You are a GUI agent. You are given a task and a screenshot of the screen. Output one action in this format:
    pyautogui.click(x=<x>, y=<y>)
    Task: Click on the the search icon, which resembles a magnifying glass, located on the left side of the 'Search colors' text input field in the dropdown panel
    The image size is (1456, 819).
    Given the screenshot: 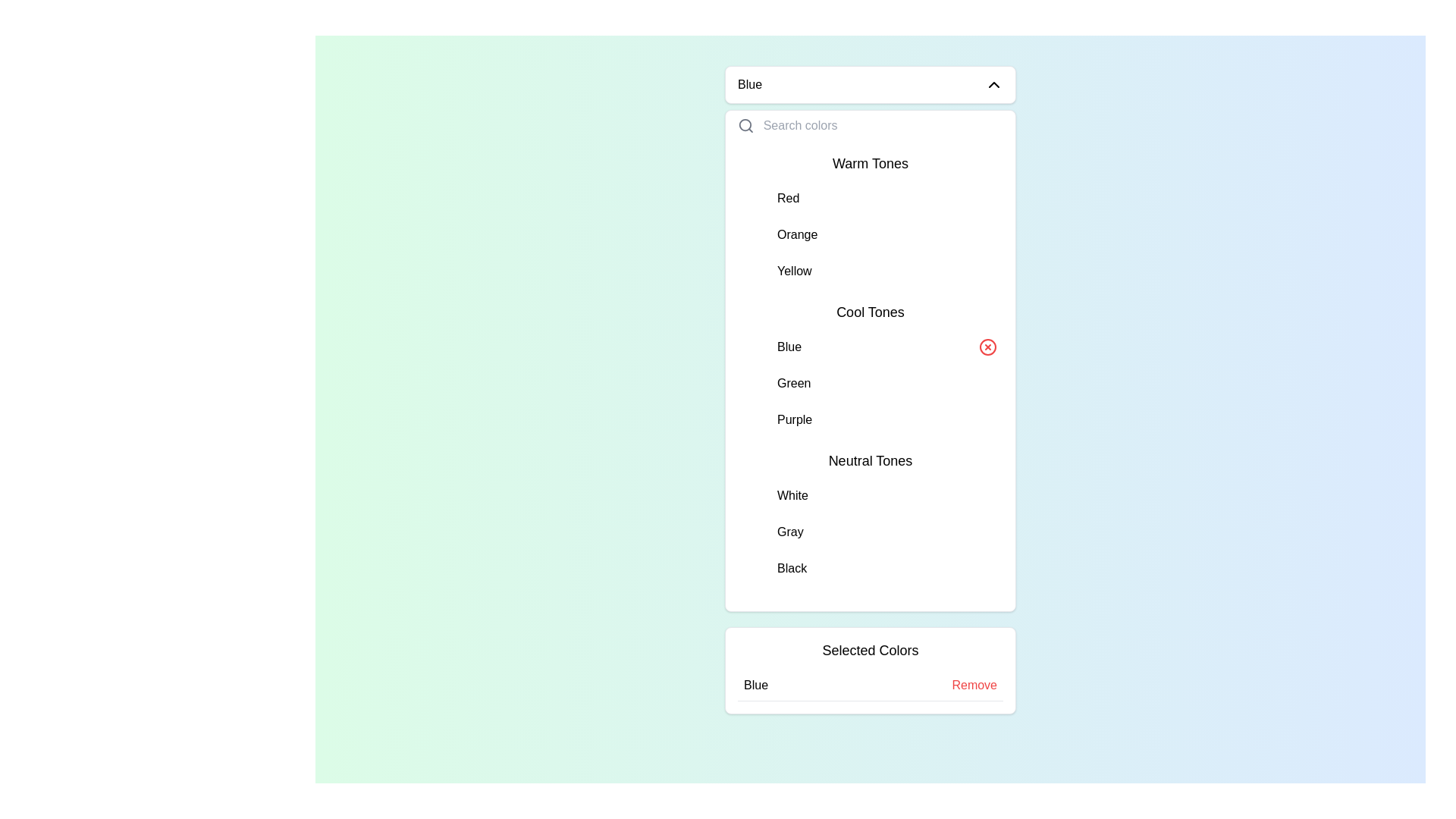 What is the action you would take?
    pyautogui.click(x=745, y=124)
    